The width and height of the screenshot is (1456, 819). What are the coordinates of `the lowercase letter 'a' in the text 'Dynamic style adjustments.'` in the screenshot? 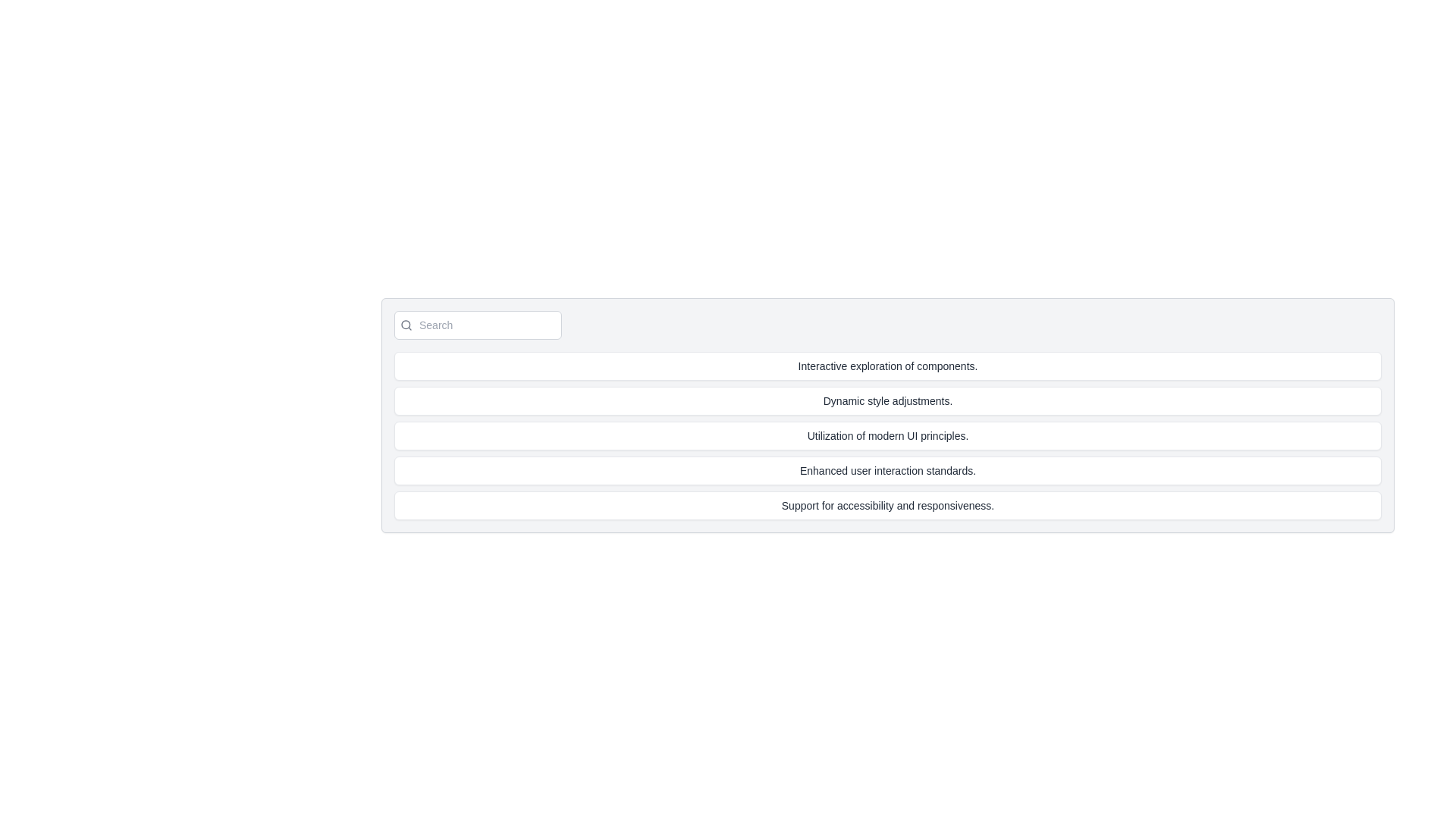 It's located at (895, 400).